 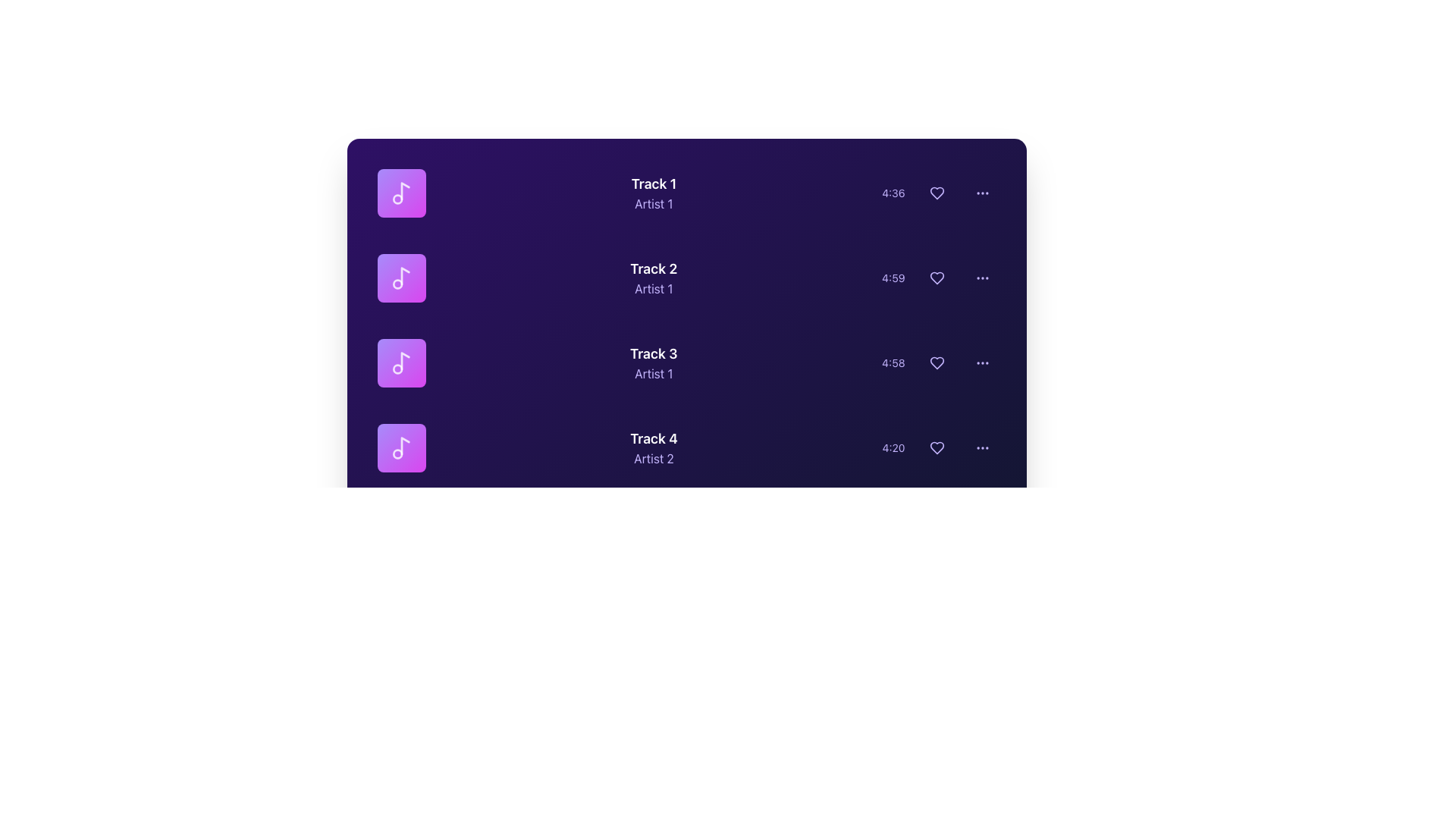 I want to click on the small arrow-shaped vector graphic set within the purple square background in the fourth row of the vertical list, so click(x=402, y=447).